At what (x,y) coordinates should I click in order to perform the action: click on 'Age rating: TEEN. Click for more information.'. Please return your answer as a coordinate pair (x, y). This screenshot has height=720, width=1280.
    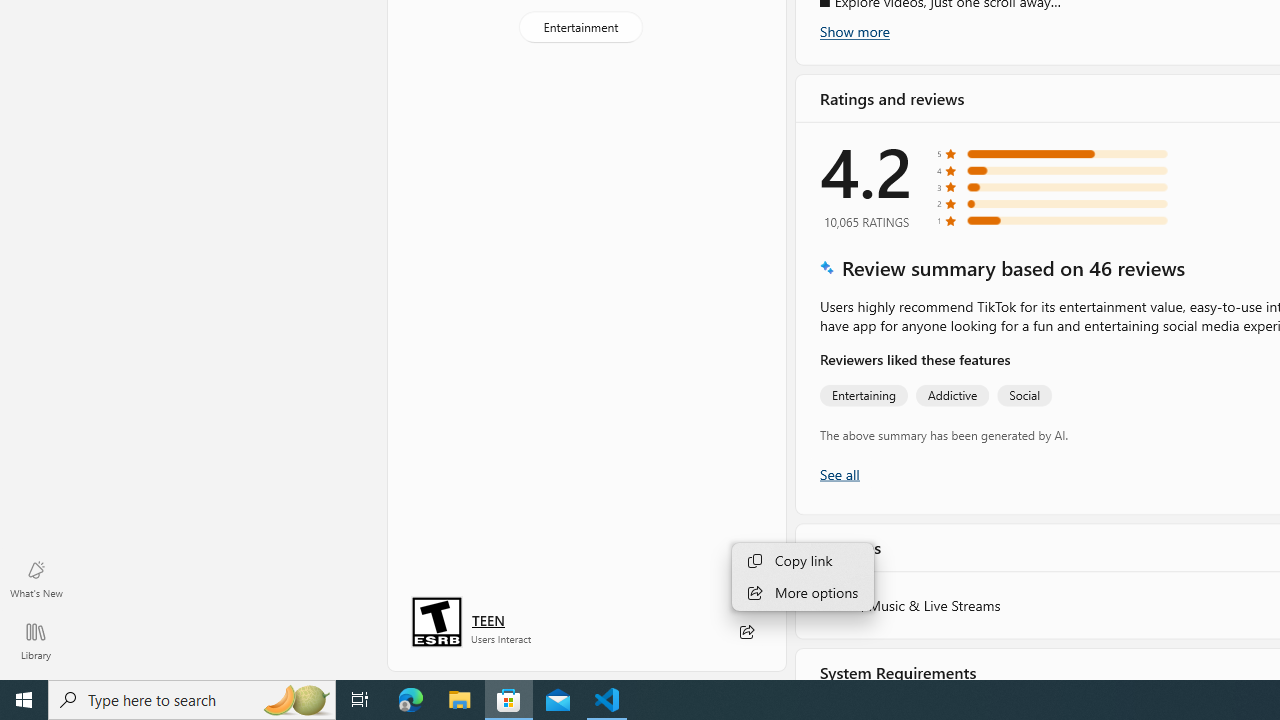
    Looking at the image, I should click on (488, 618).